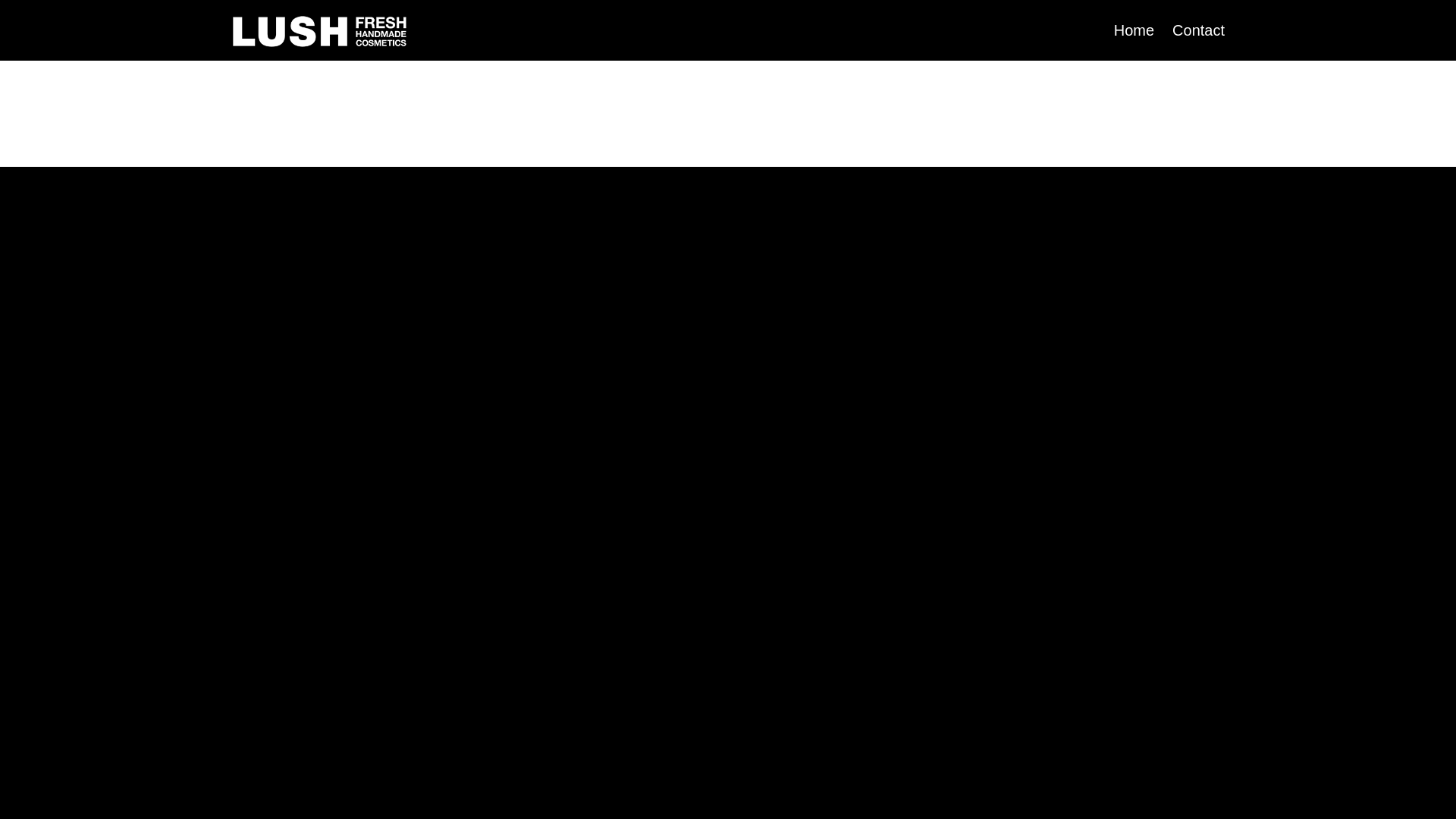 The width and height of the screenshot is (1456, 819). I want to click on 'Lush Fresh Handmade Cosmetics', so click(318, 31).